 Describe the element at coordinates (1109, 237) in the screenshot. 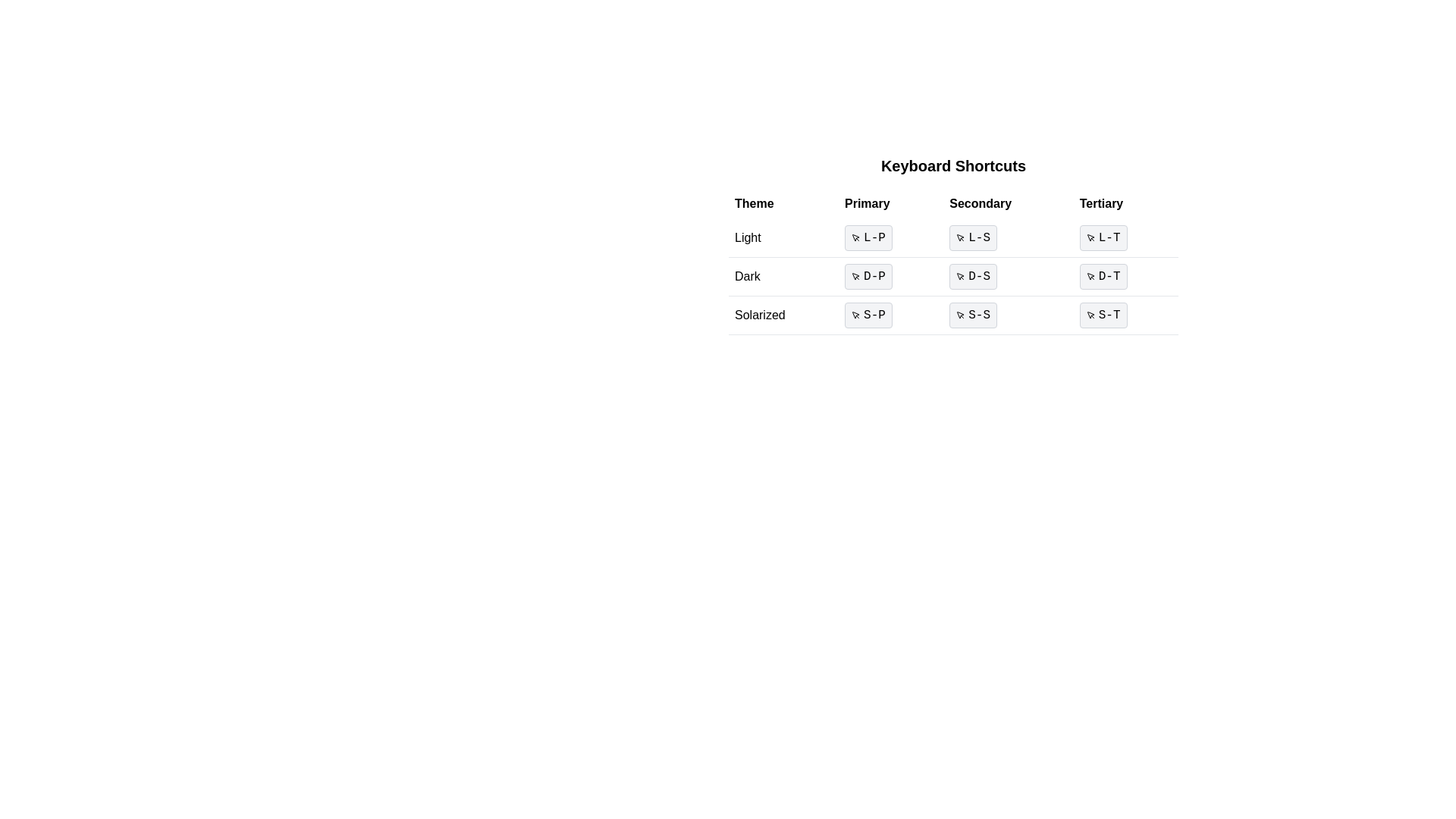

I see `text label 'L-T' located within the button component in the third column of the first row under the 'Tertiary' heading in the table structure` at that location.